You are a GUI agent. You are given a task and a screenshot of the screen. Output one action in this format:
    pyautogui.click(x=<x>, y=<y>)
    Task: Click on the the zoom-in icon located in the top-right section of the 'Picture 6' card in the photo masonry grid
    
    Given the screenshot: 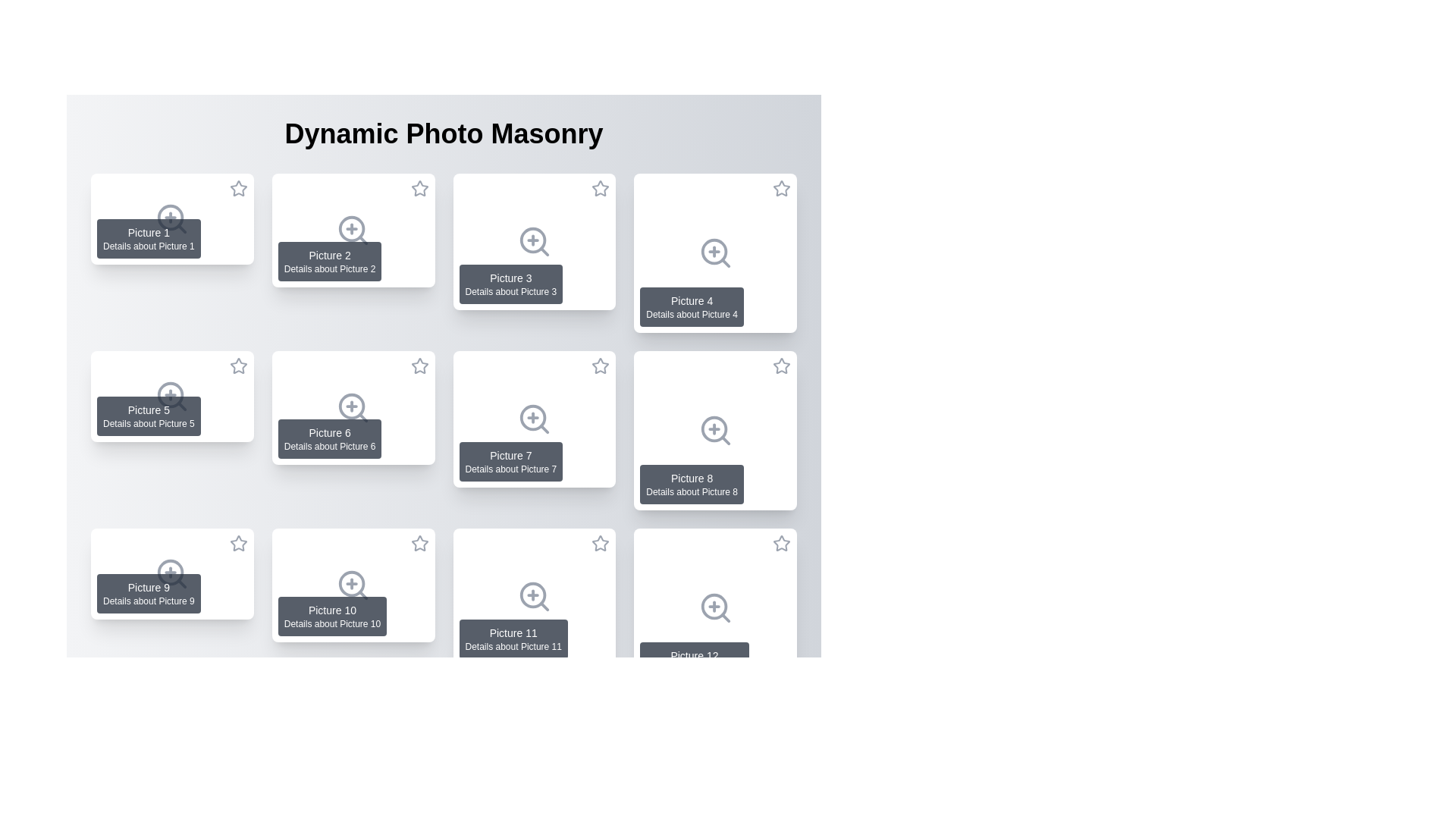 What is the action you would take?
    pyautogui.click(x=351, y=406)
    